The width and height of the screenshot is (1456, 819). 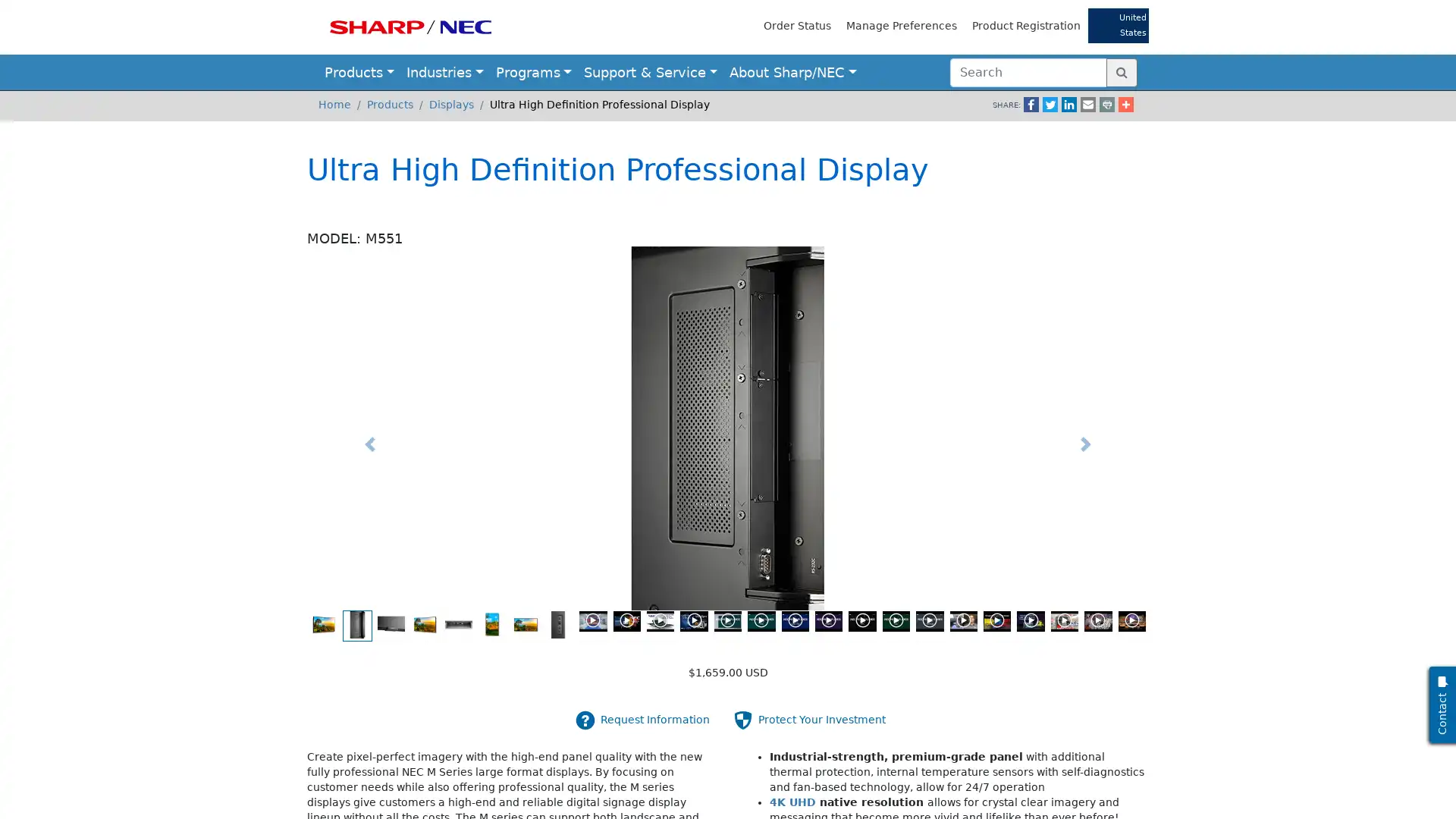 What do you see at coordinates (1103, 104) in the screenshot?
I see `Share to More` at bounding box center [1103, 104].